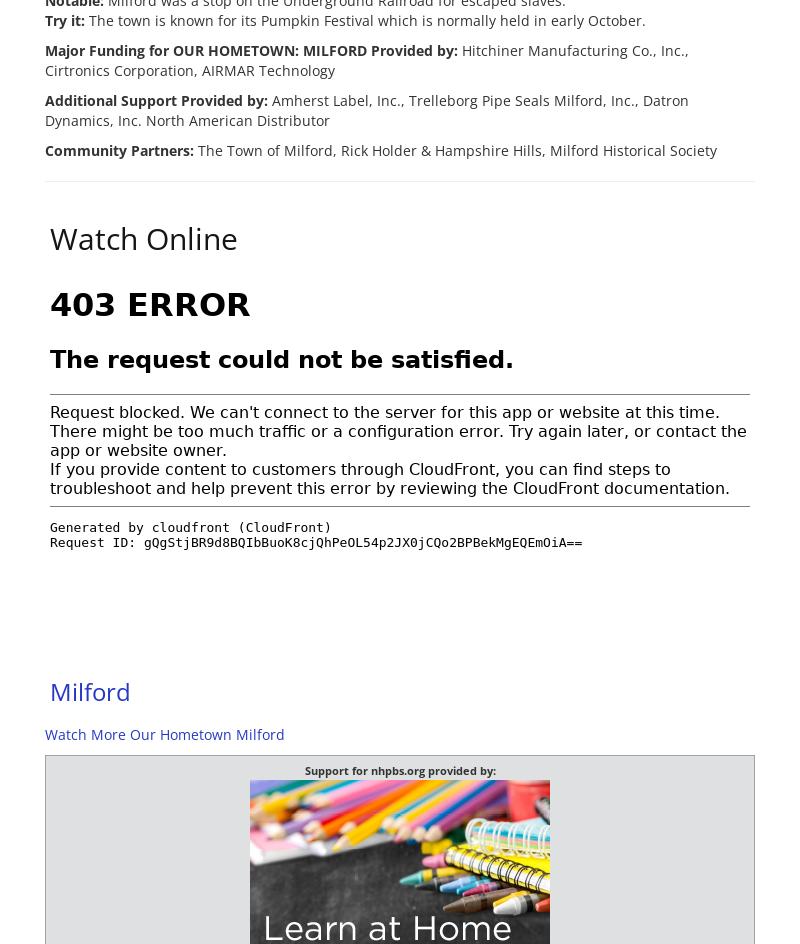  What do you see at coordinates (144, 237) in the screenshot?
I see `'Watch Online'` at bounding box center [144, 237].